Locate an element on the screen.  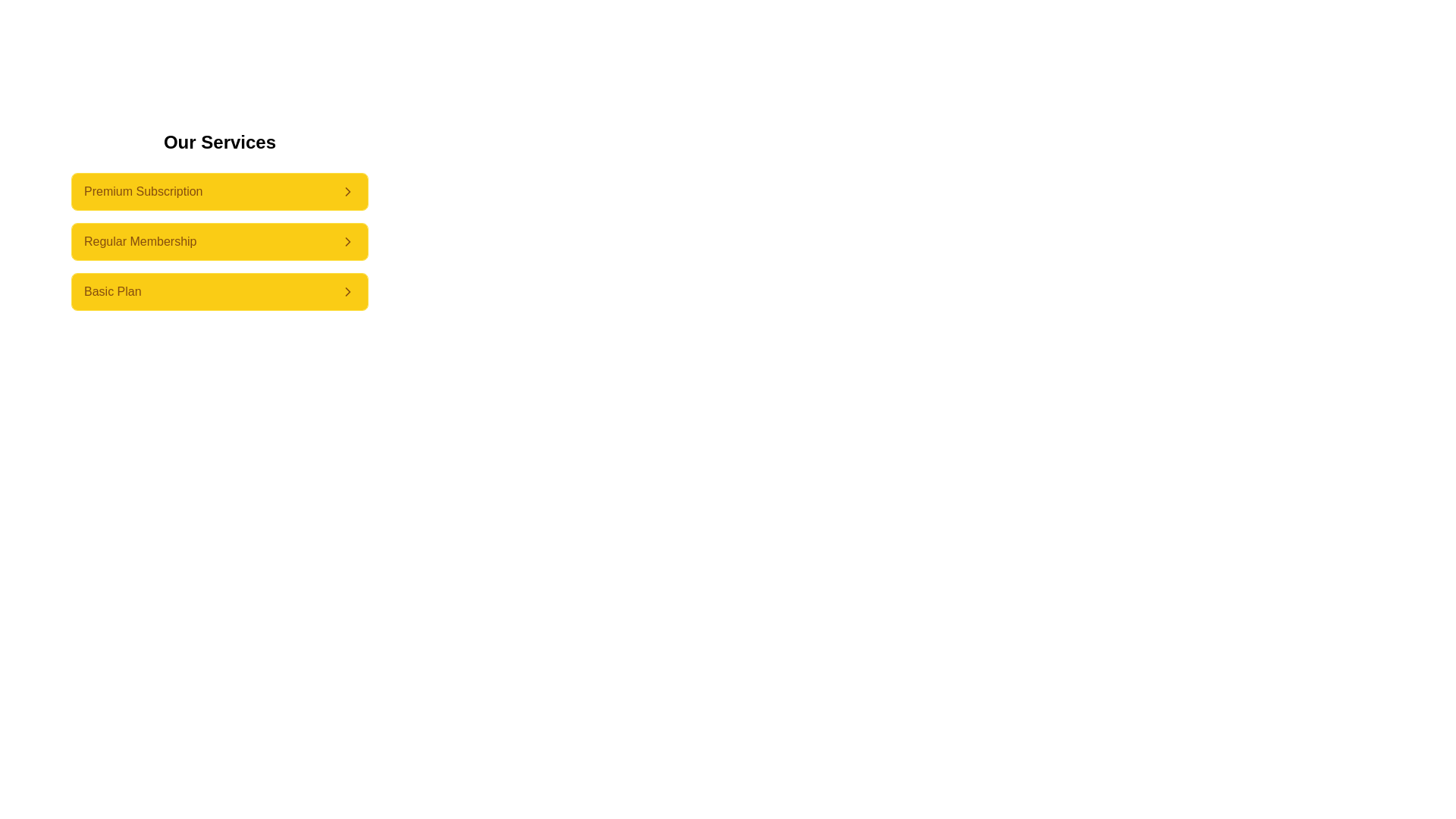
the first button labeled 'Premium Subscription' with a yellow background is located at coordinates (218, 191).